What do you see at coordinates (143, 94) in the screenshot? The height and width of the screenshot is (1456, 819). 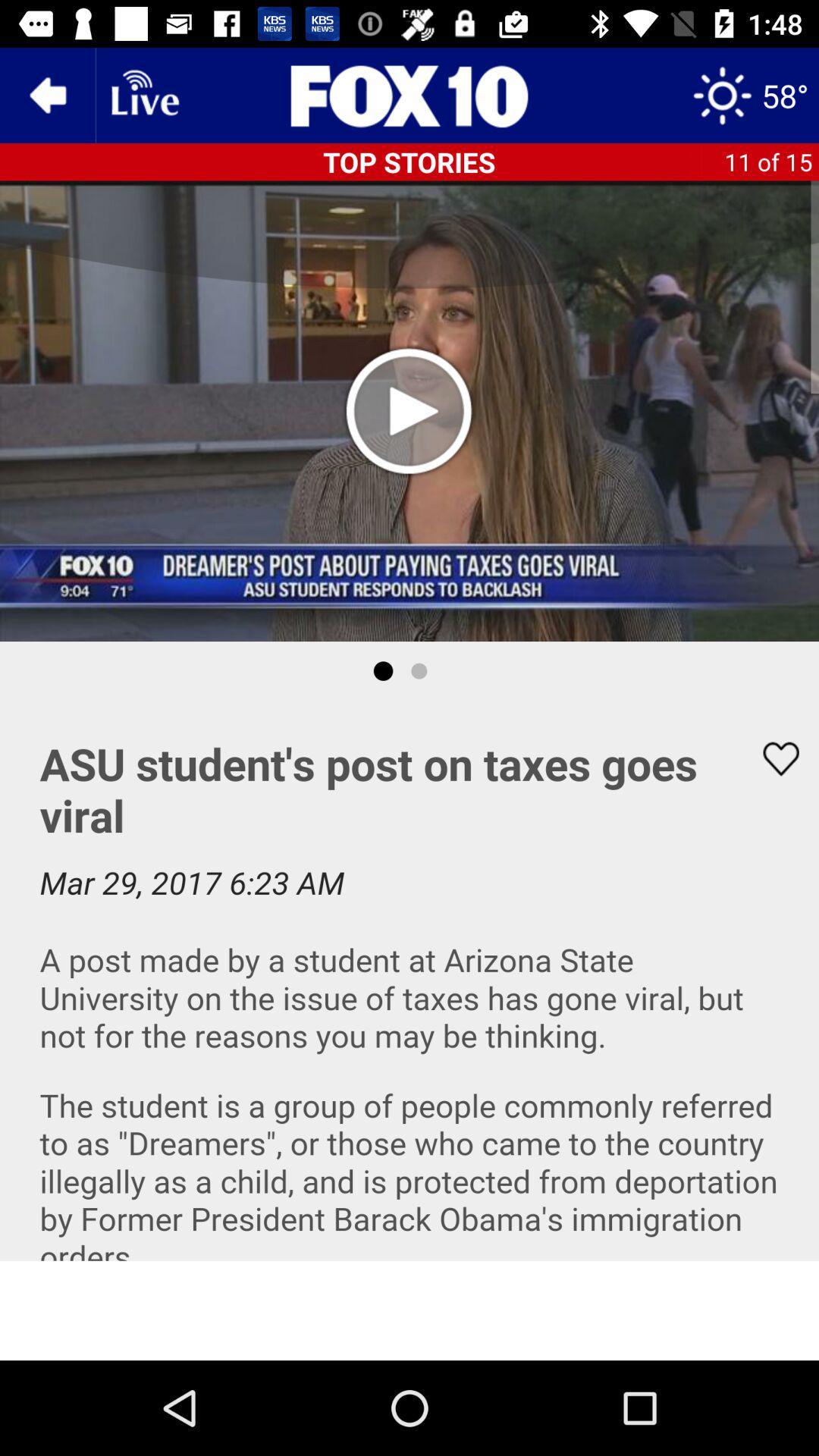 I see `live` at bounding box center [143, 94].